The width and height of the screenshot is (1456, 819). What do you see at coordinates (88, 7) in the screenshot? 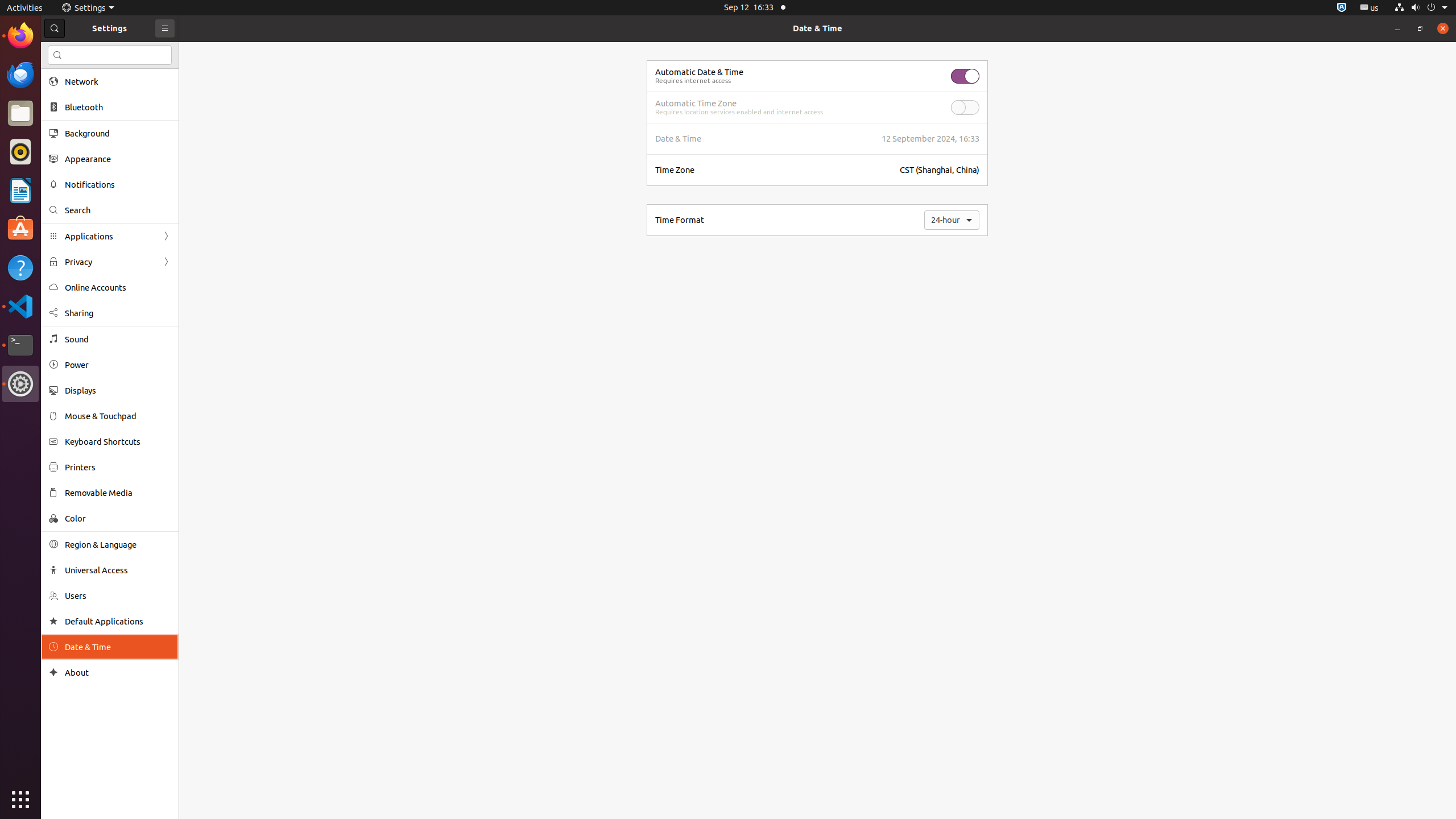
I see `'Settings'` at bounding box center [88, 7].